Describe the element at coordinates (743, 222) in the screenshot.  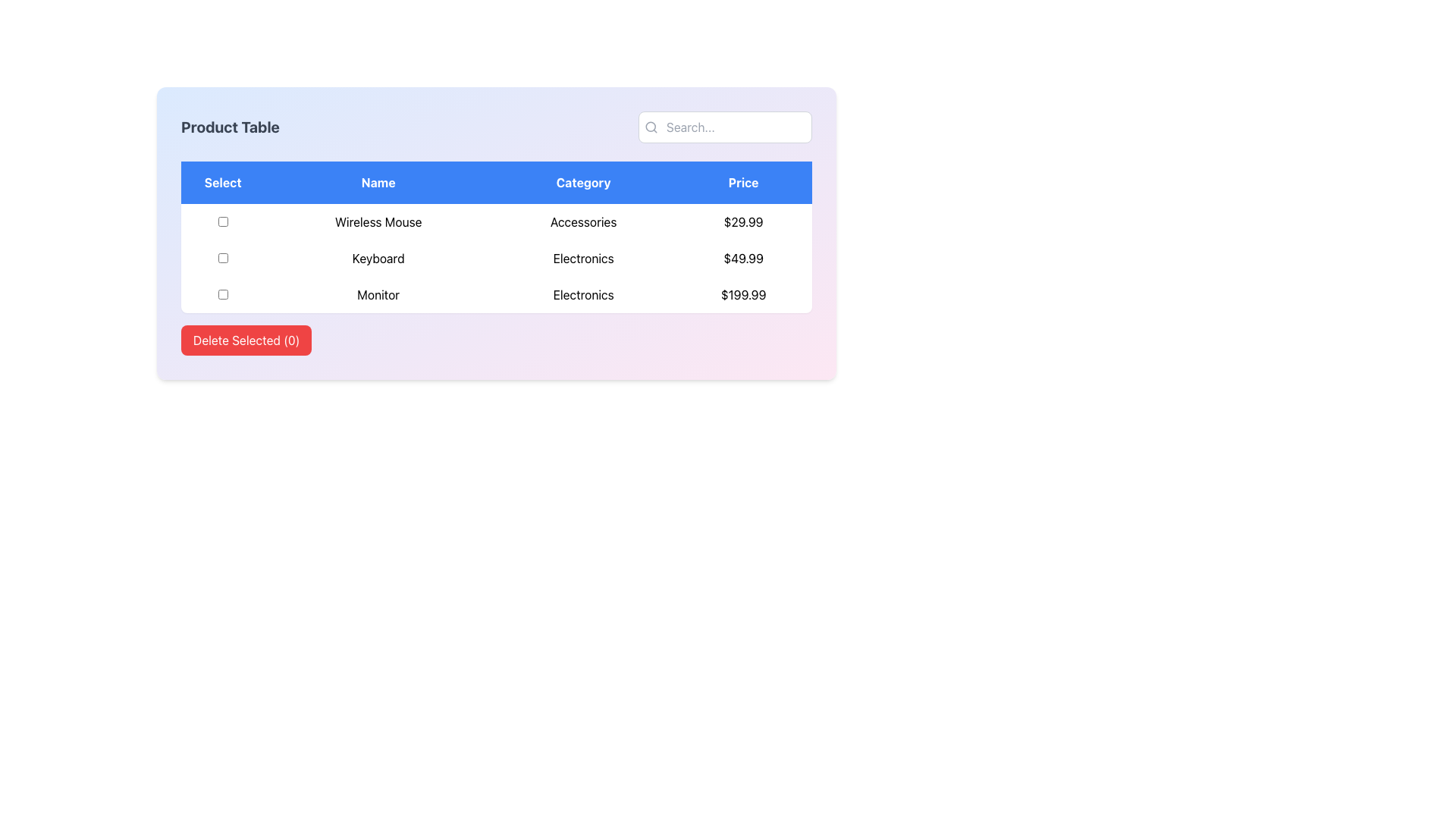
I see `the text element displaying '$29.99', which is aligned in the 'Price' column of the 'Wireless Mouse' row in the table` at that location.